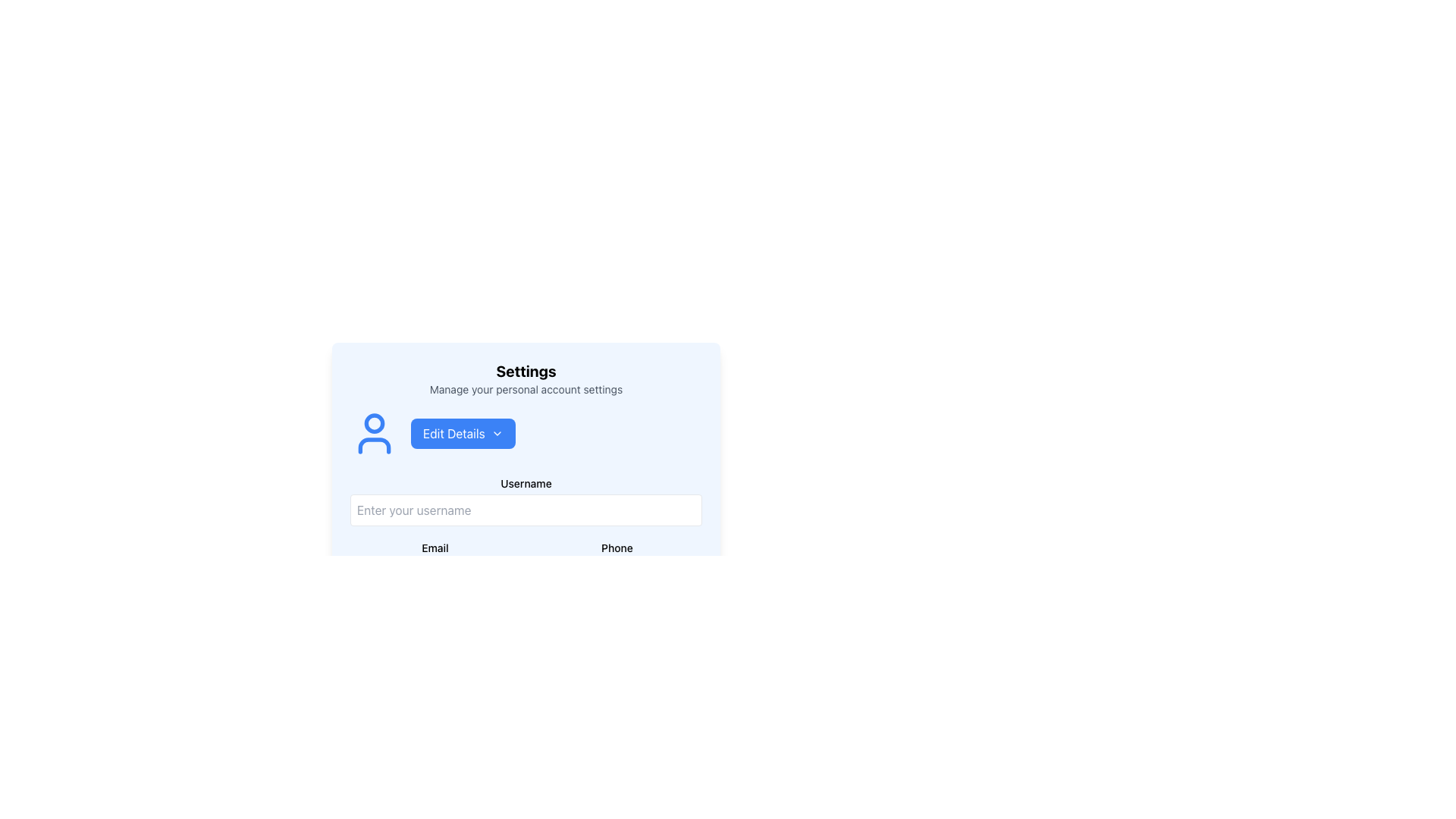 The height and width of the screenshot is (819, 1456). What do you see at coordinates (497, 433) in the screenshot?
I see `the expandable icon located inside the 'Edit Details' button in the 'Settings' card` at bounding box center [497, 433].